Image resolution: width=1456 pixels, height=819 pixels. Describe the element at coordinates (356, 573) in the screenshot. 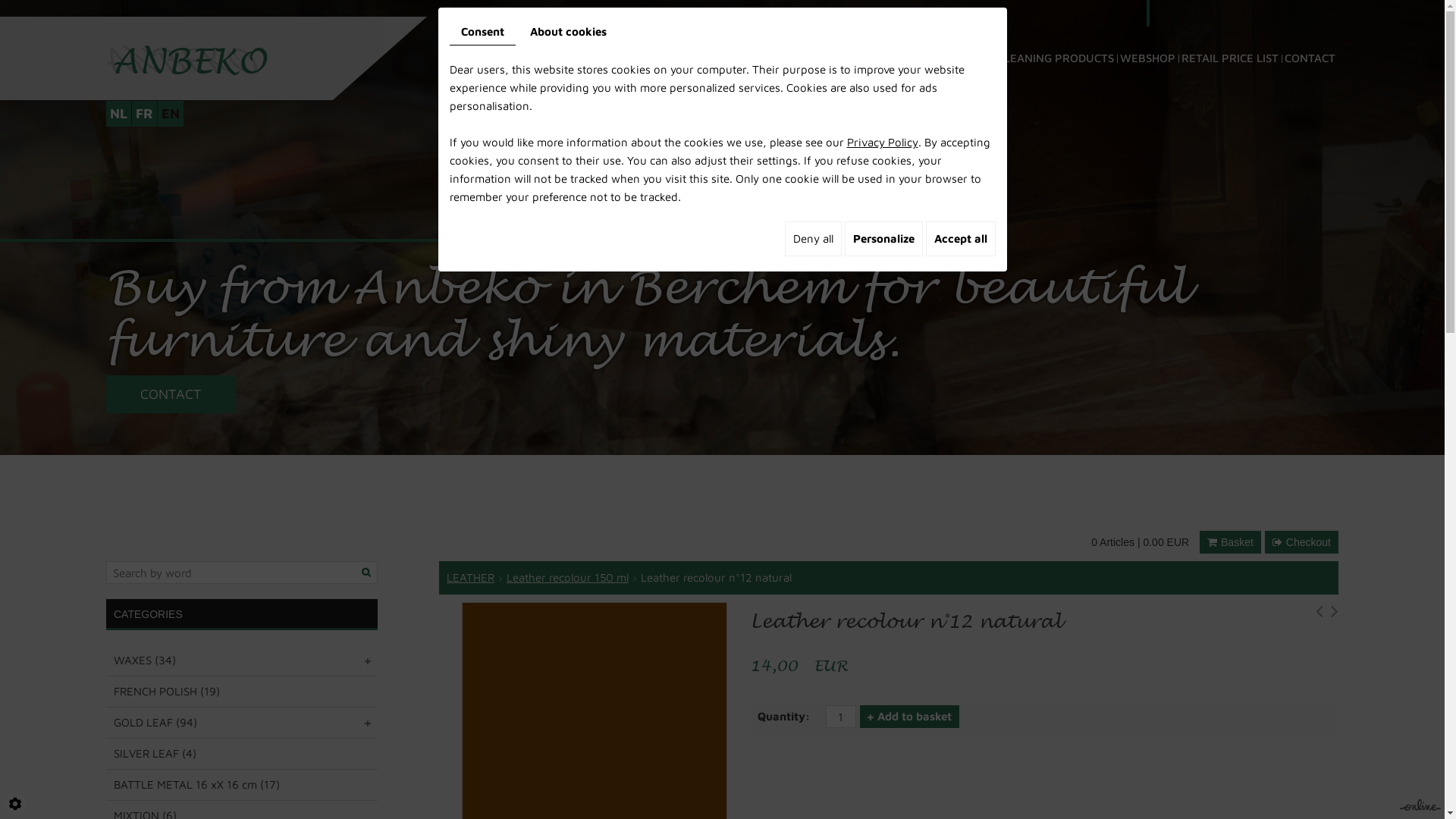

I see `'Apply'` at that location.